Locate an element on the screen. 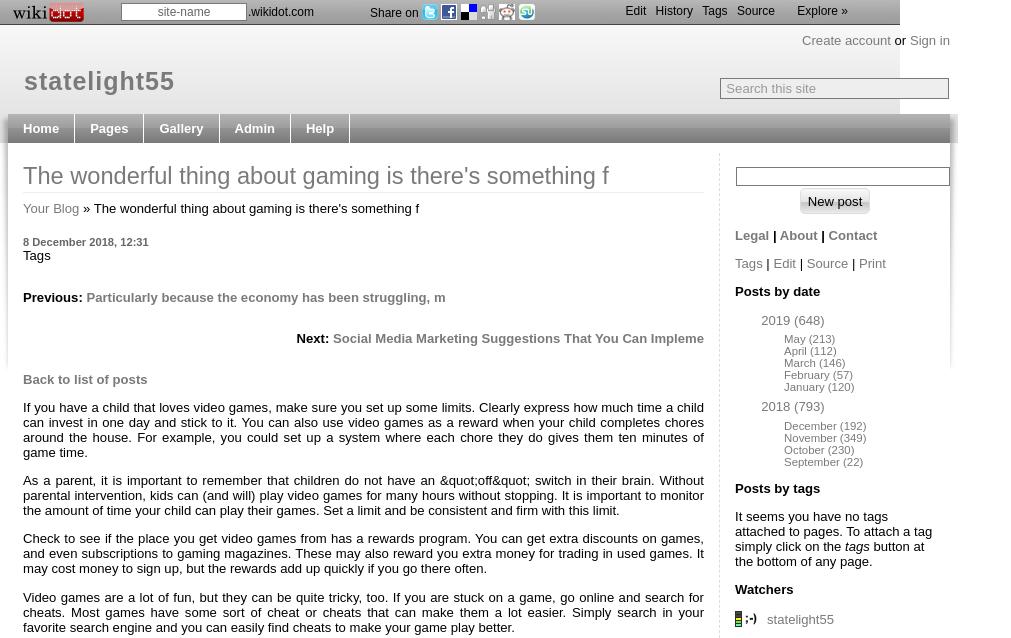 The height and width of the screenshot is (638, 1011). 'Your Blog' is located at coordinates (49, 207).